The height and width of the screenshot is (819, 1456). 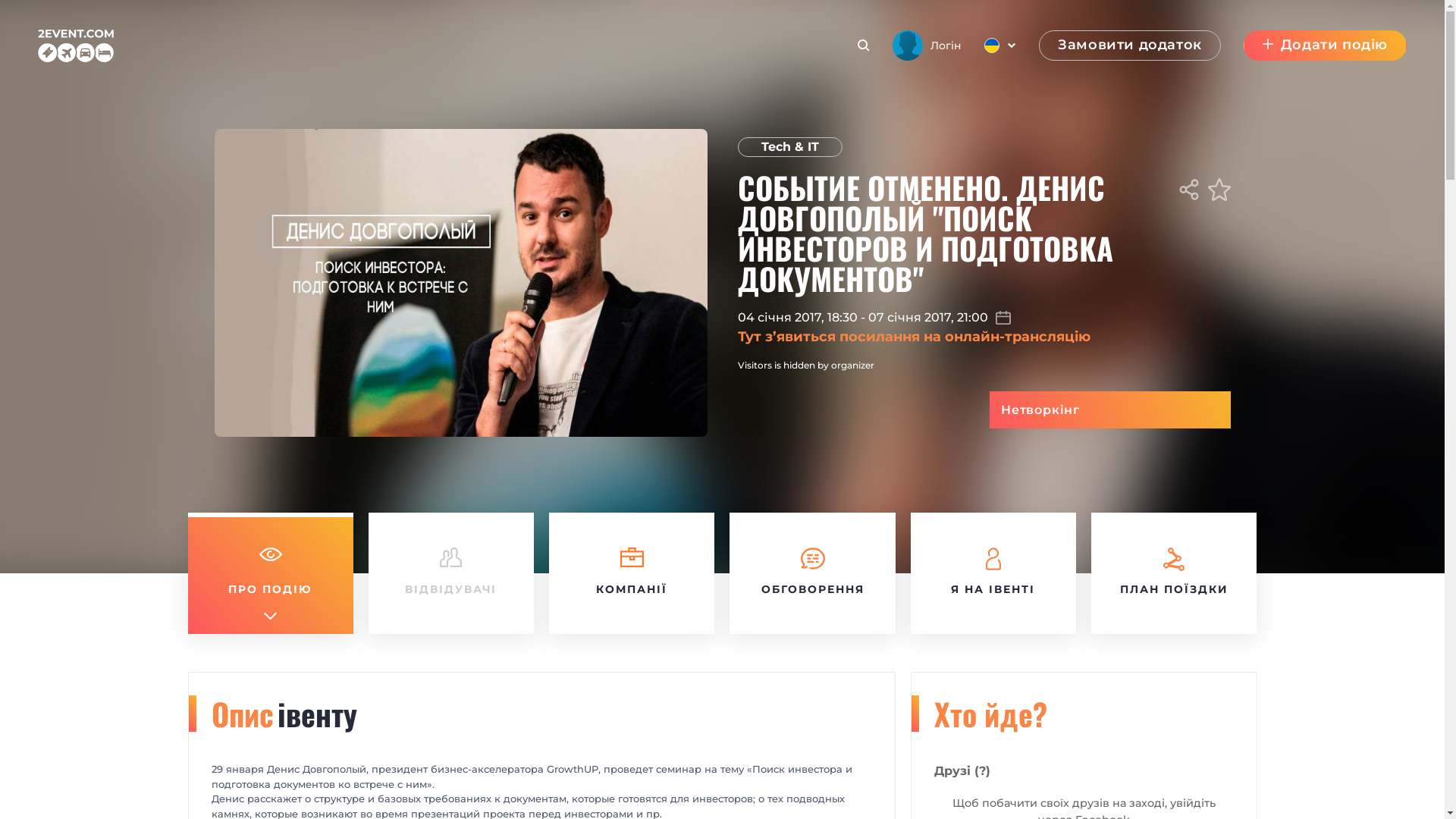 What do you see at coordinates (789, 146) in the screenshot?
I see `'Tech & IT'` at bounding box center [789, 146].